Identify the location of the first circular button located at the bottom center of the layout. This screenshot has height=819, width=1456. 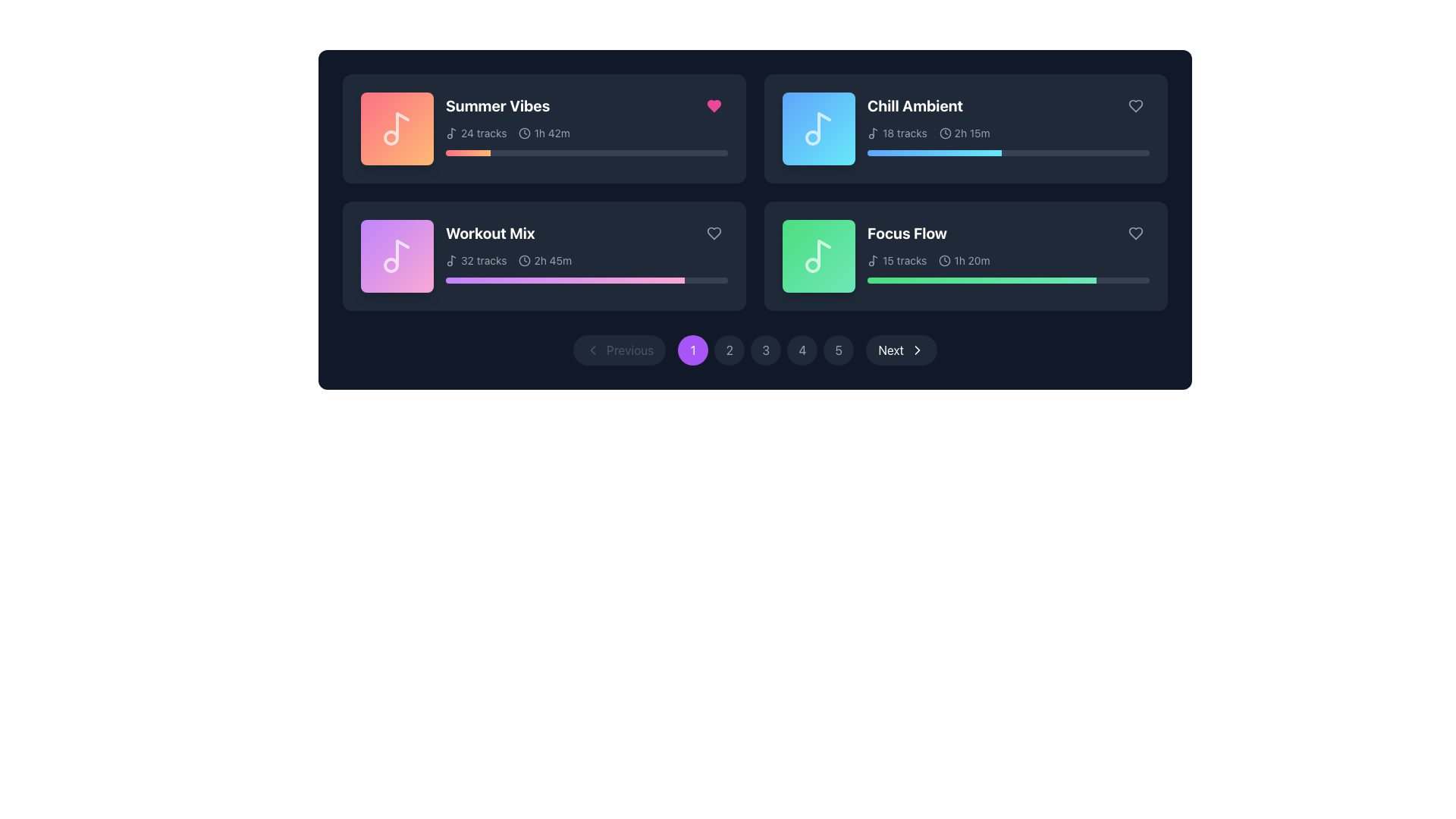
(692, 350).